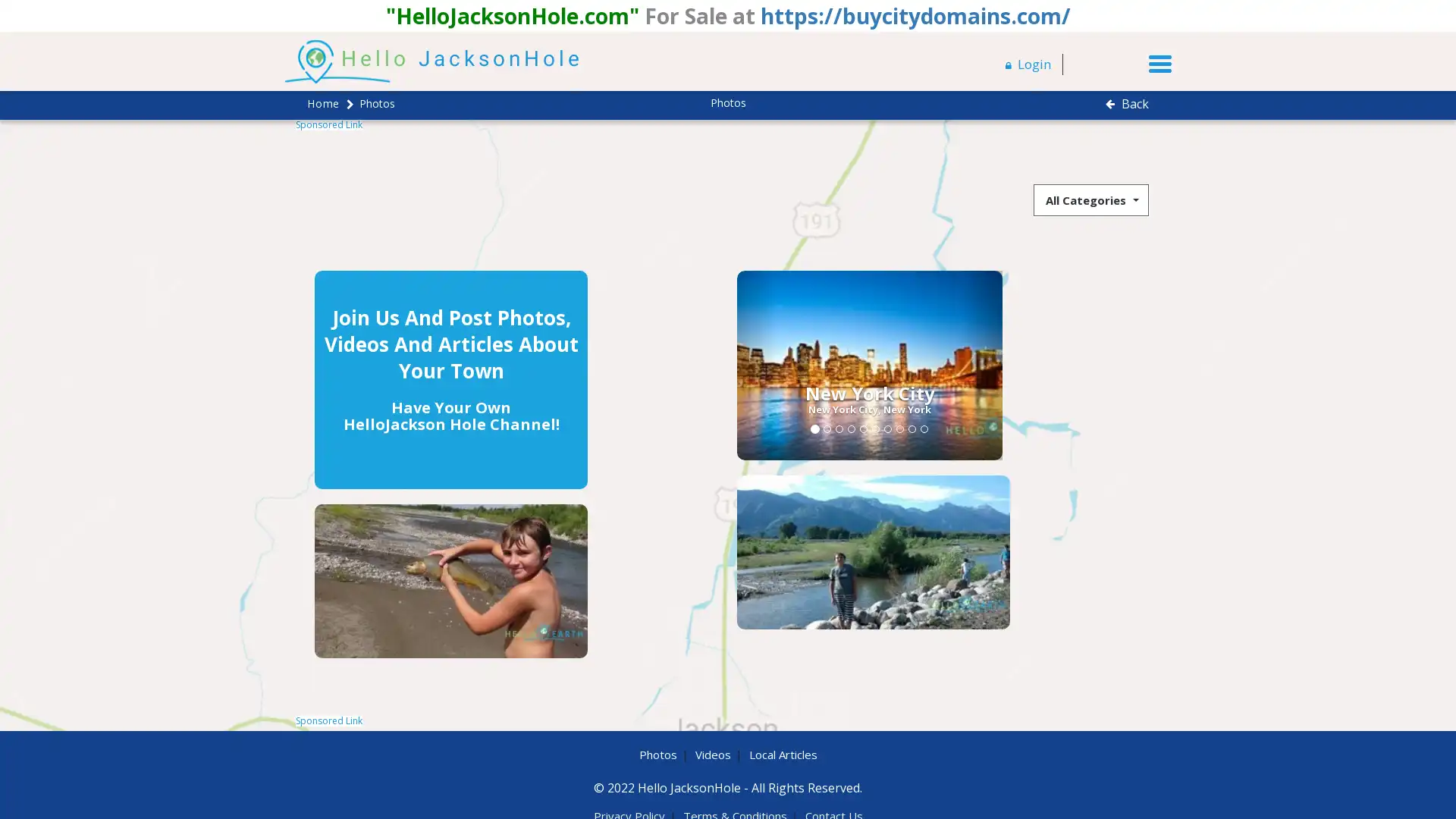  Describe the element at coordinates (1090, 198) in the screenshot. I see `All Categories` at that location.